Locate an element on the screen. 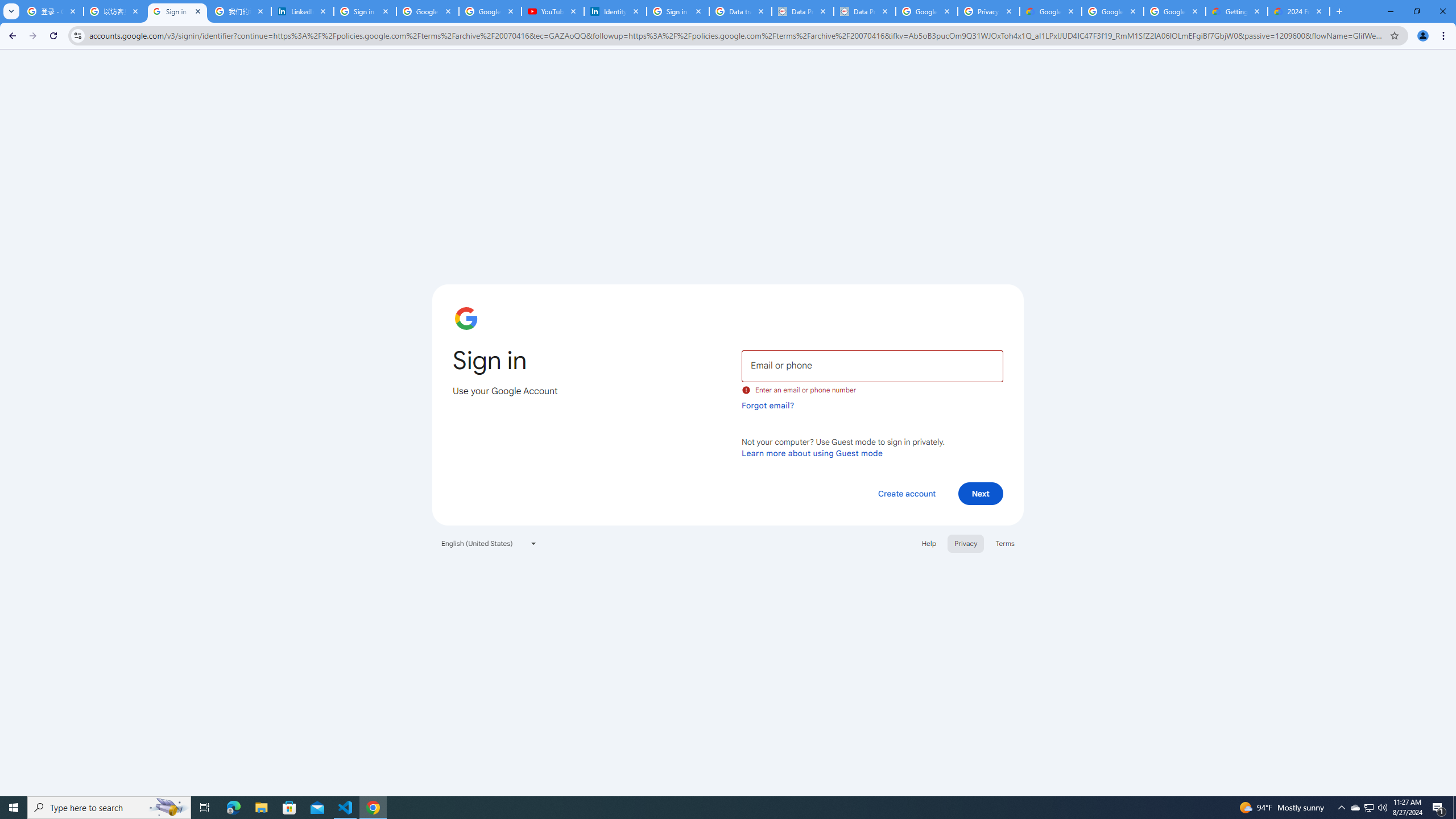 This screenshot has height=819, width=1456. 'YouTube' is located at coordinates (552, 11).